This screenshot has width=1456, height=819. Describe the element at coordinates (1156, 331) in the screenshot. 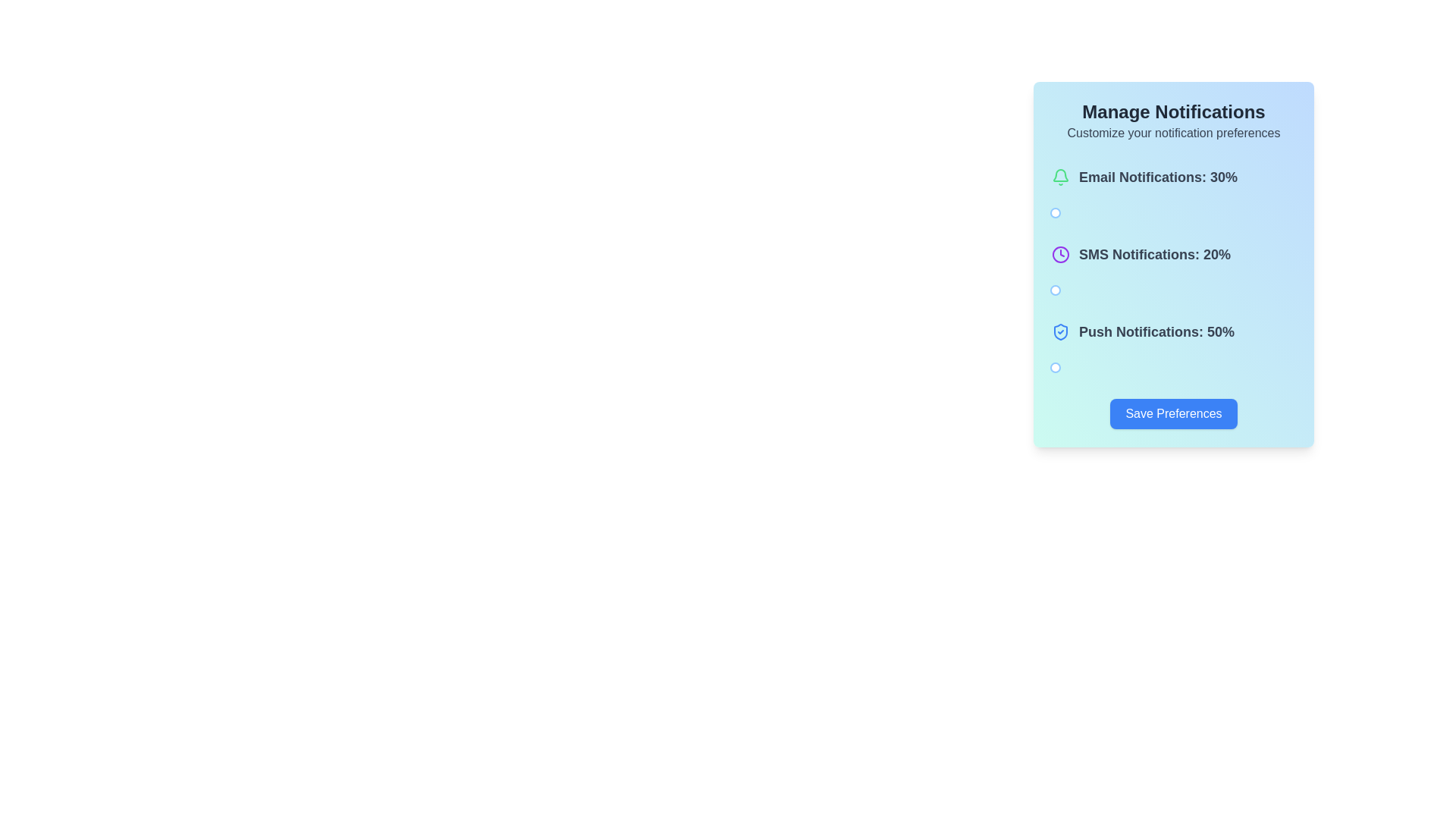

I see `the text label displaying 'Push Notifications: 50%', which is the third entry in the vertical list of notification preferences, situated below the SMS Notifications entry and aligned to the right of a blue shield icon` at that location.